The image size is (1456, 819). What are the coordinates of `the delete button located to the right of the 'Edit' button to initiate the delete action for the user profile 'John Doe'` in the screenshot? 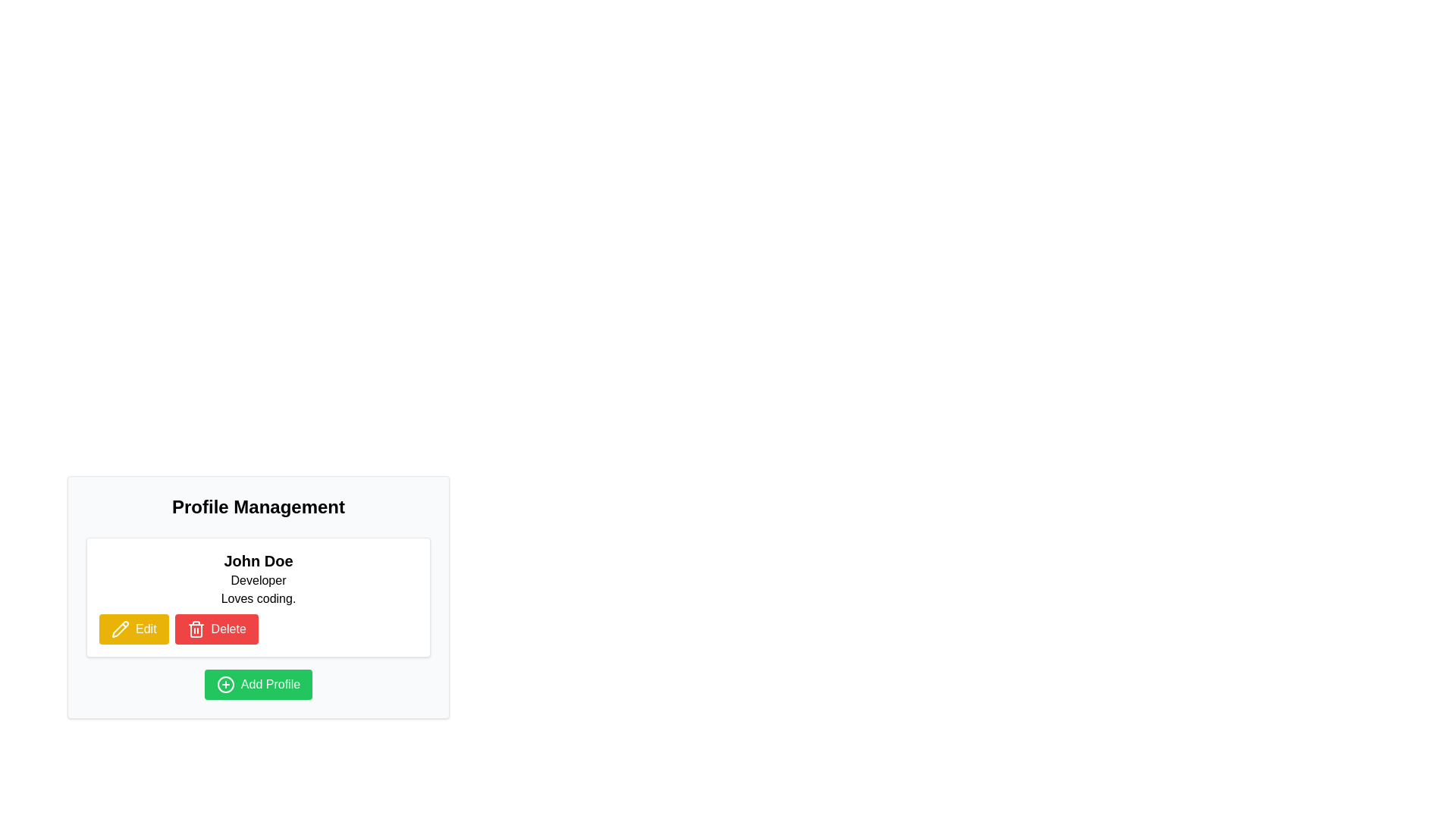 It's located at (215, 629).